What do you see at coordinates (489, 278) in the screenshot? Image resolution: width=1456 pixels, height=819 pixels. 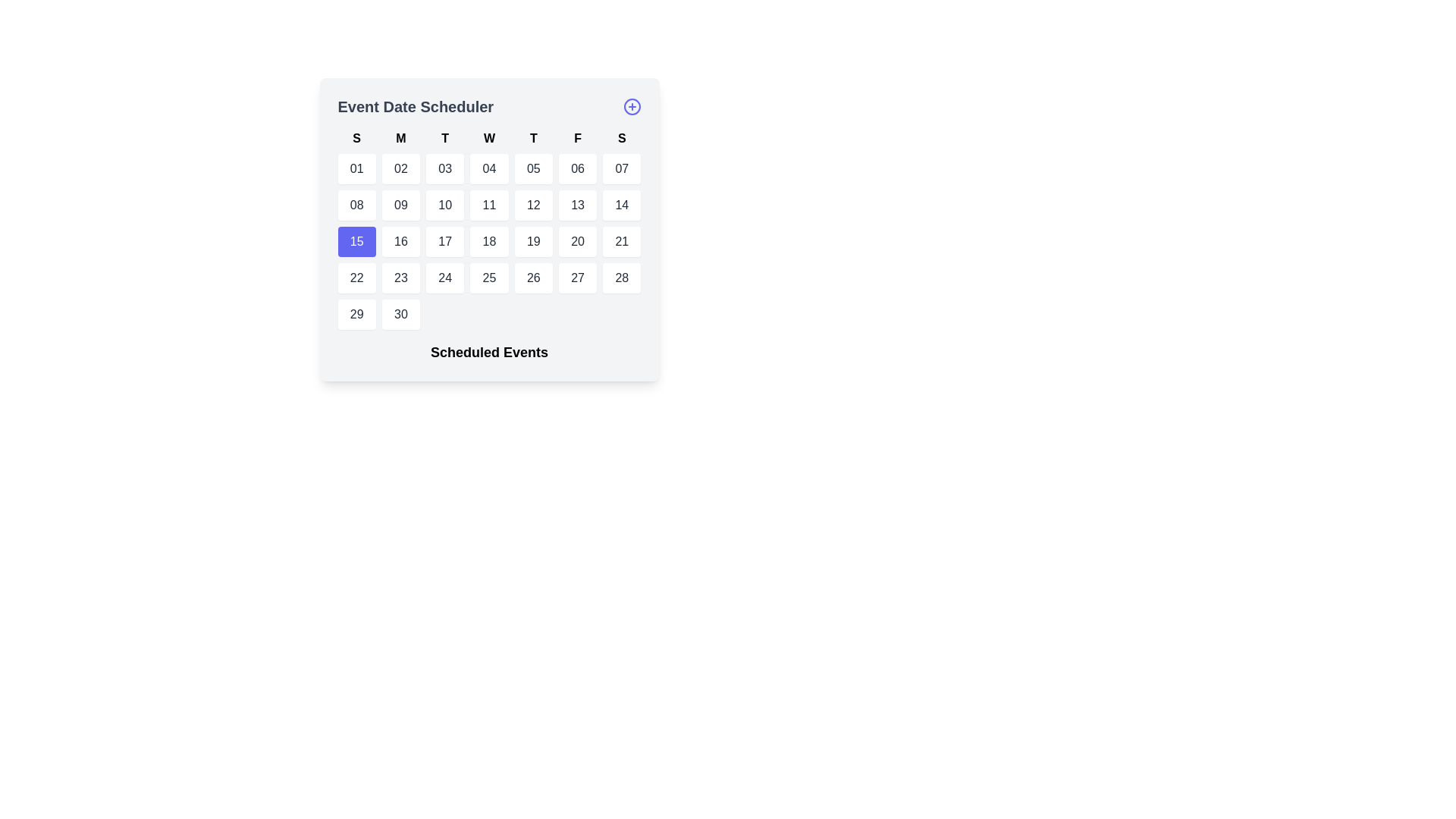 I see `the calendar day button representing the 25th day of the month` at bounding box center [489, 278].